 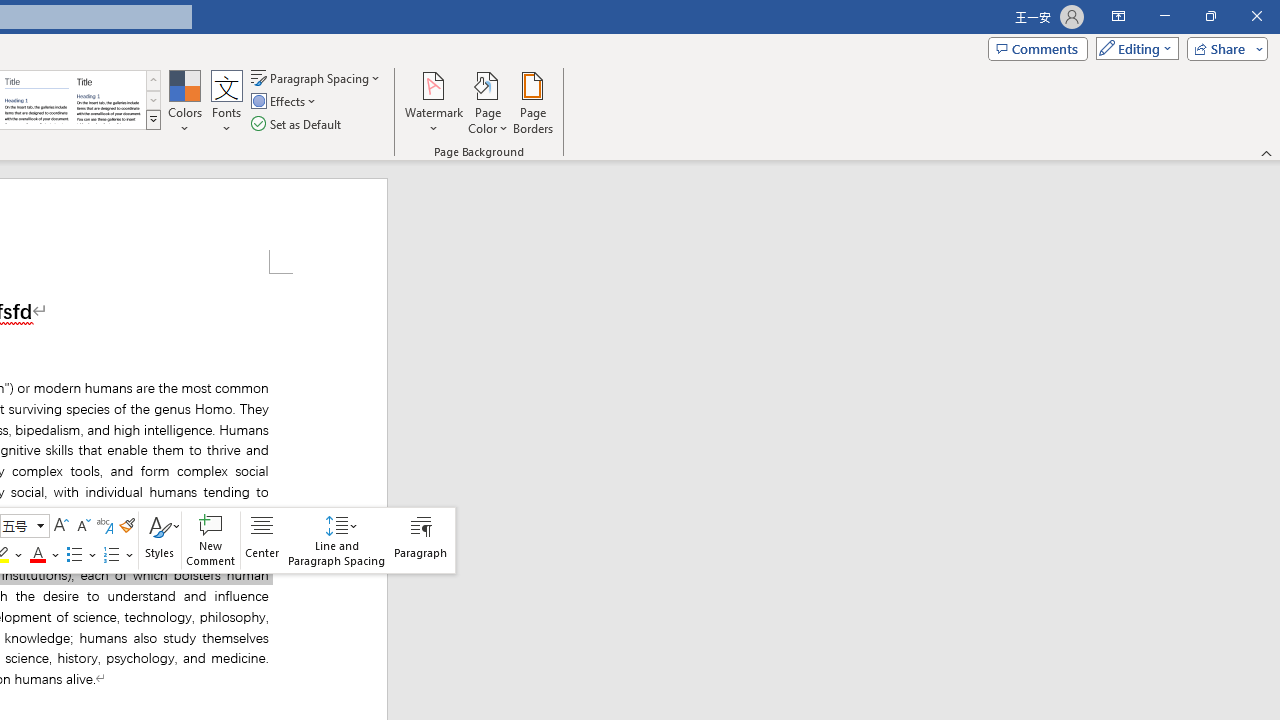 What do you see at coordinates (24, 524) in the screenshot?
I see `'Class: NetUIComboboxAnchor'` at bounding box center [24, 524].